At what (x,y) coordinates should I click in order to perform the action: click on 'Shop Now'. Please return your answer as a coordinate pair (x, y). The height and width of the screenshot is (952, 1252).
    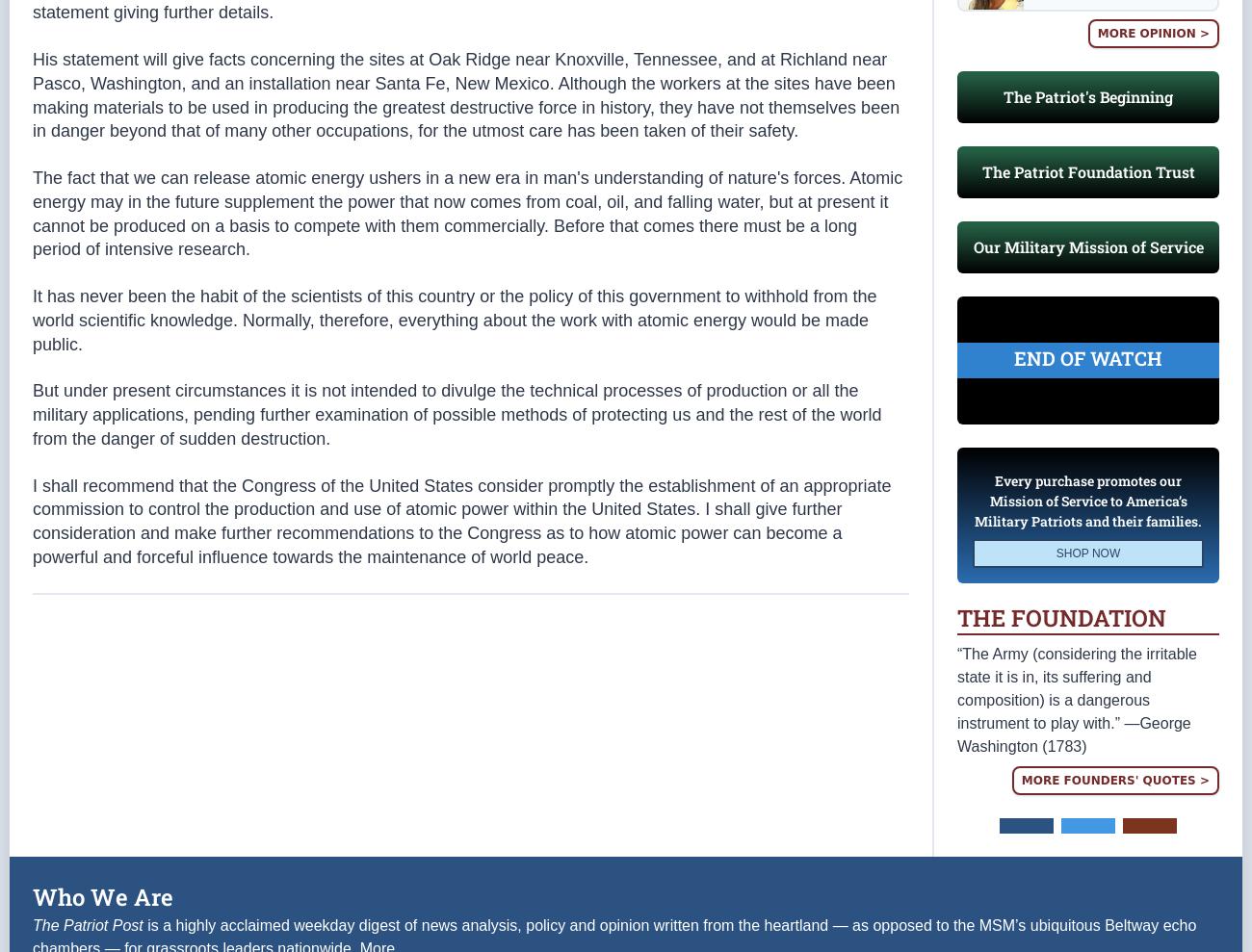
    Looking at the image, I should click on (1086, 591).